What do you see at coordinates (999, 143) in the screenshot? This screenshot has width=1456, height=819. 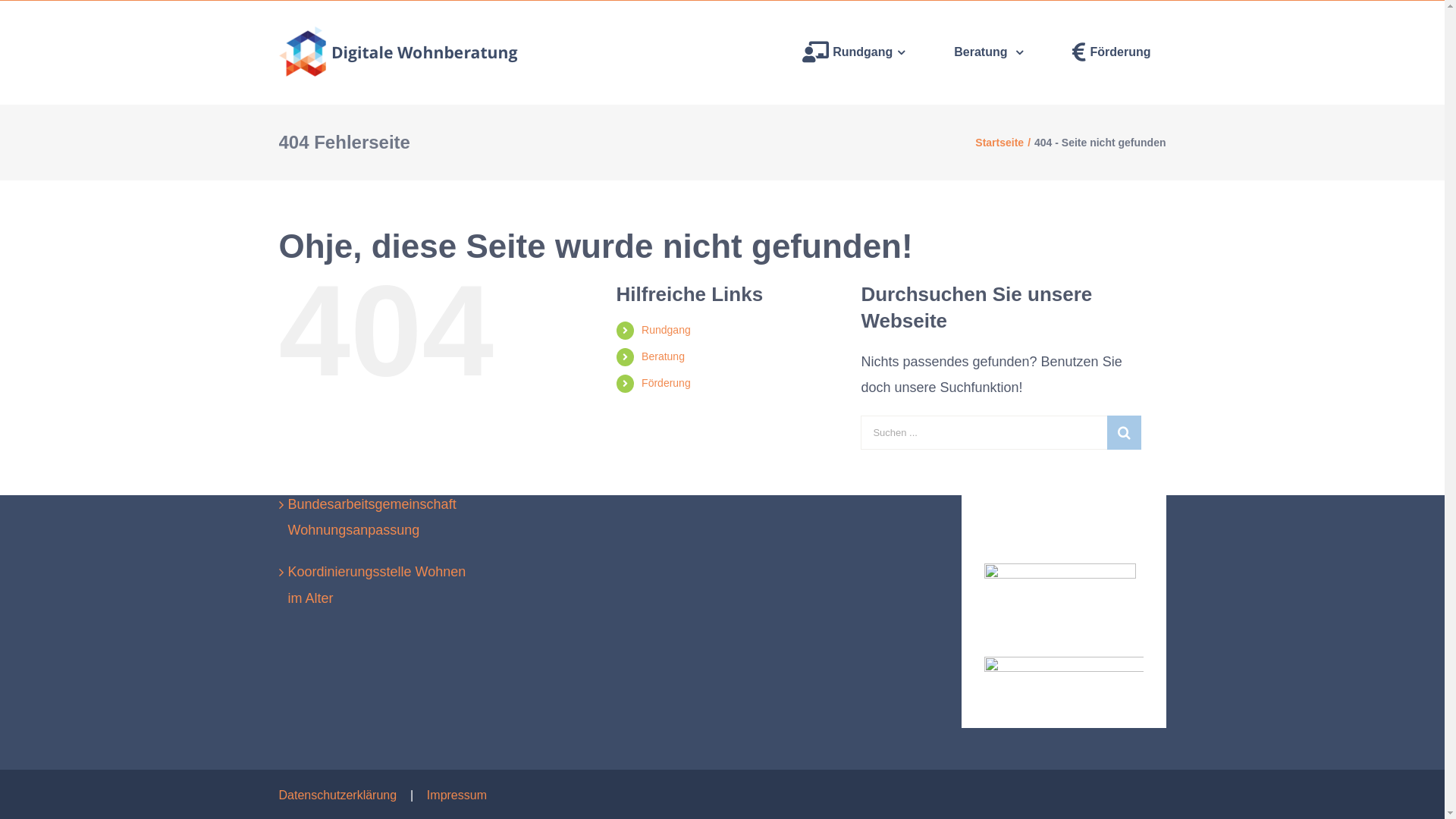 I see `'Startseite'` at bounding box center [999, 143].